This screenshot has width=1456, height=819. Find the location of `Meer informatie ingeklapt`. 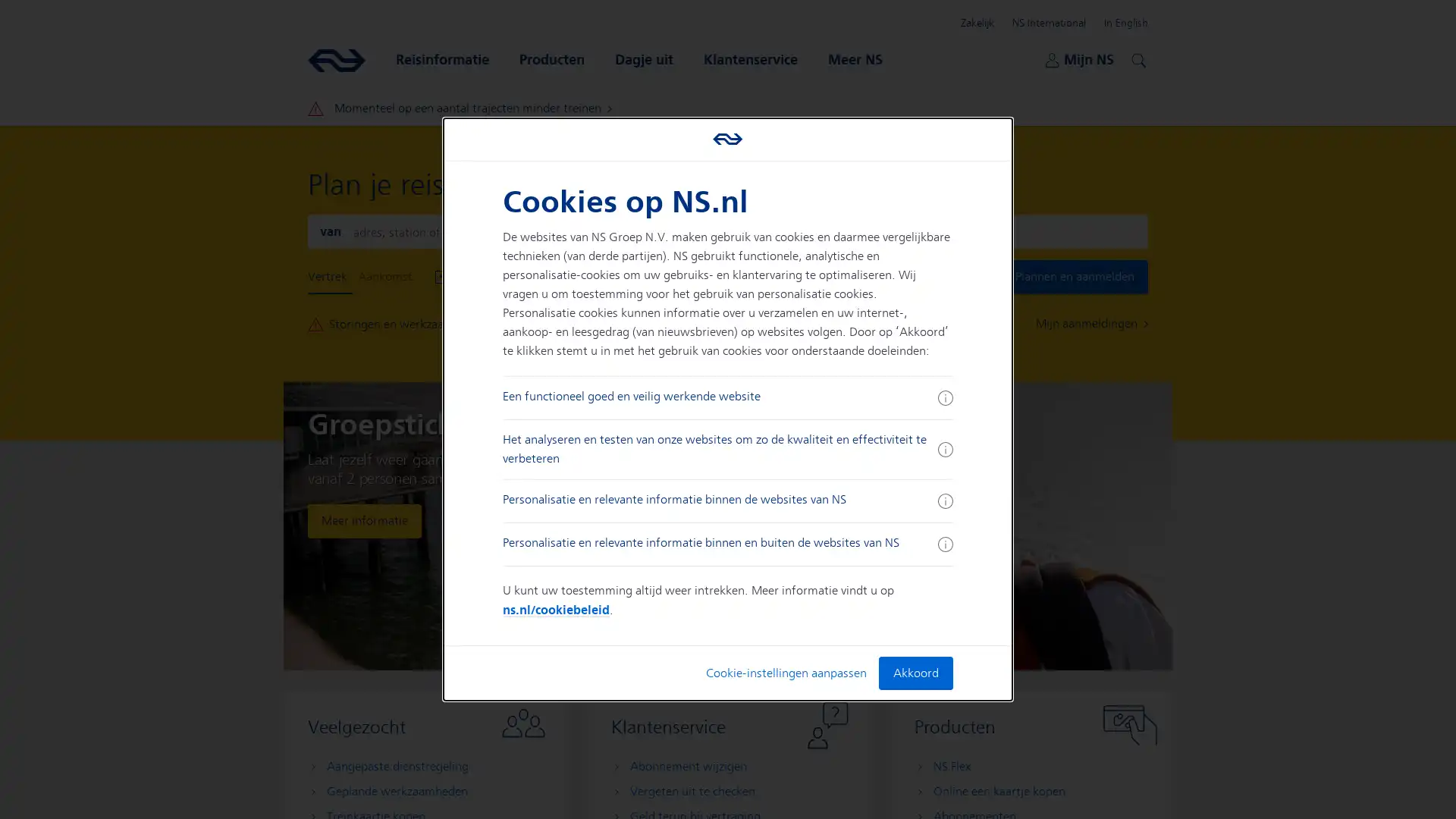

Meer informatie ingeklapt is located at coordinates (944, 543).